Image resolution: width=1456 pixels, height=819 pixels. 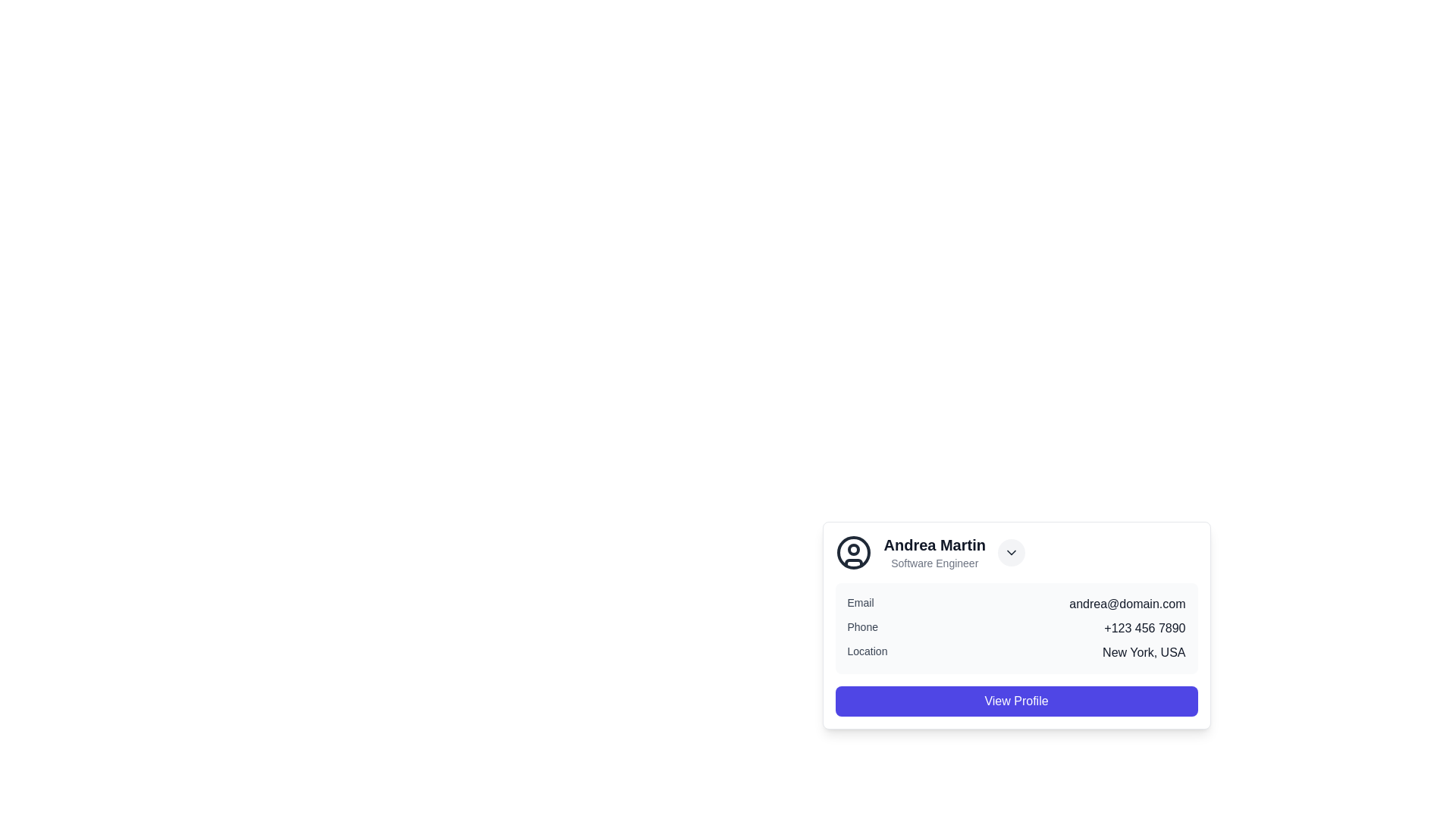 What do you see at coordinates (853, 553) in the screenshot?
I see `the SVG image icon representing the user's avatar located at the top-left corner of the user profile card, adjacent to the text 'Andrea Martin' and 'Software Engineer' to interact with the profile` at bounding box center [853, 553].